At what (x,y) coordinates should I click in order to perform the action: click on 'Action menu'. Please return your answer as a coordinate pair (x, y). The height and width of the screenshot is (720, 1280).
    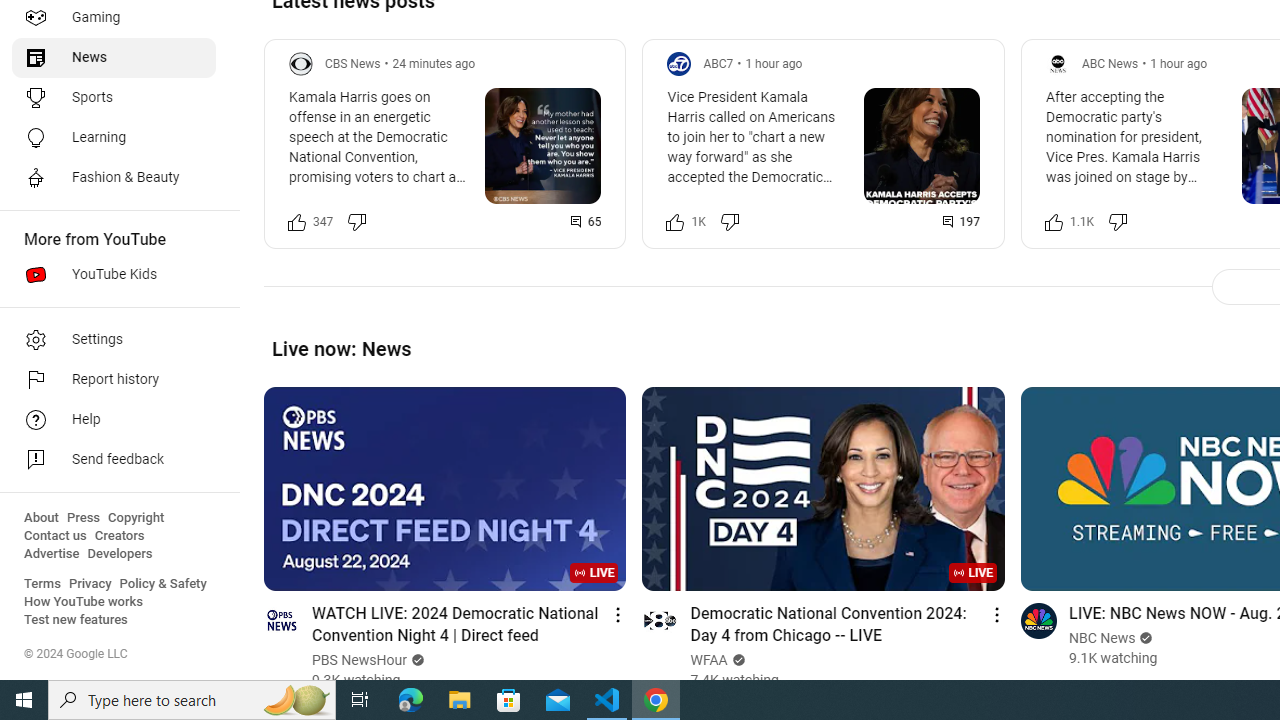
    Looking at the image, I should click on (996, 613).